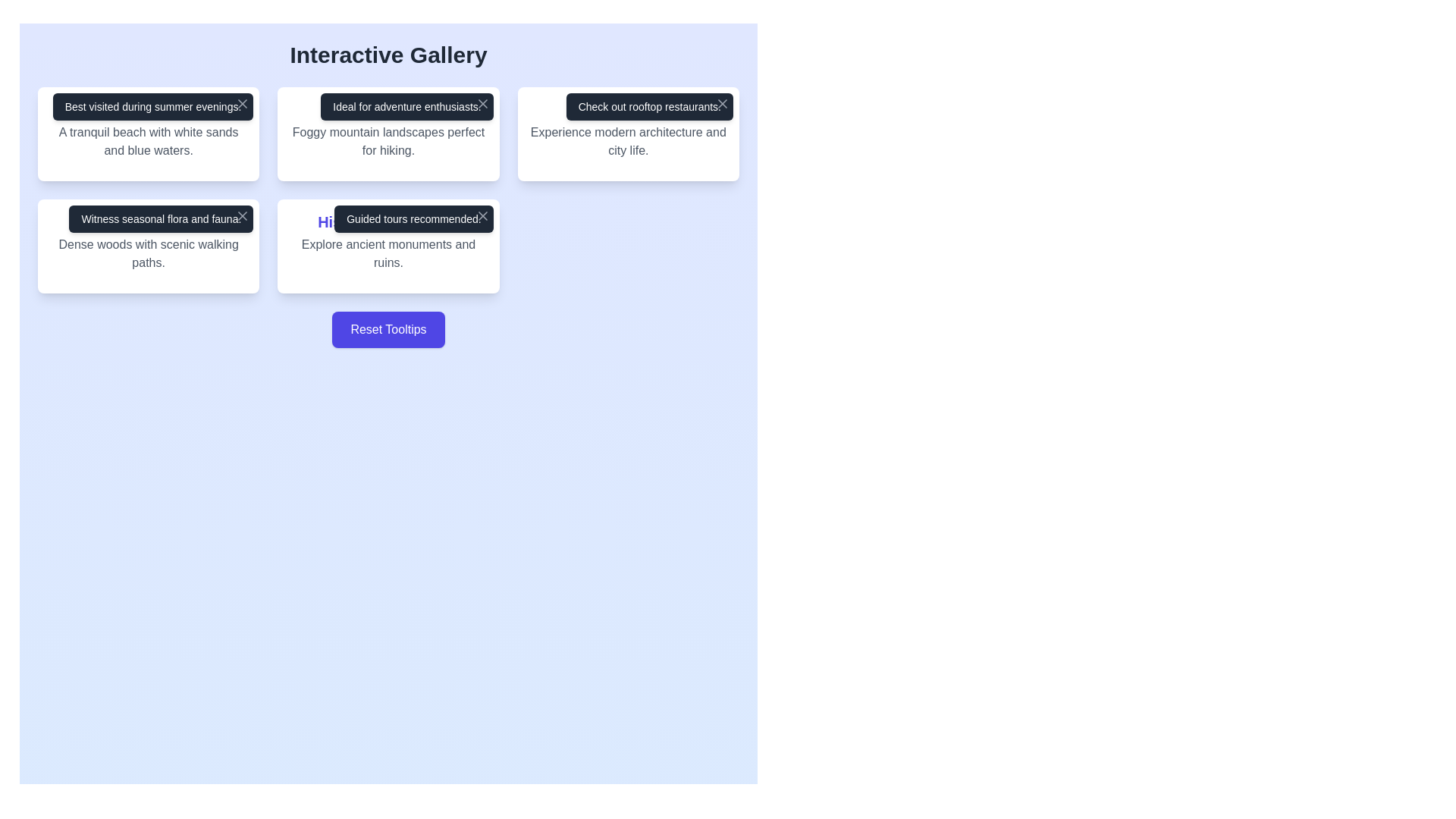  Describe the element at coordinates (149, 141) in the screenshot. I see `text content of the Text label located within the card component titled 'Serenity Beach', positioned below the title` at that location.